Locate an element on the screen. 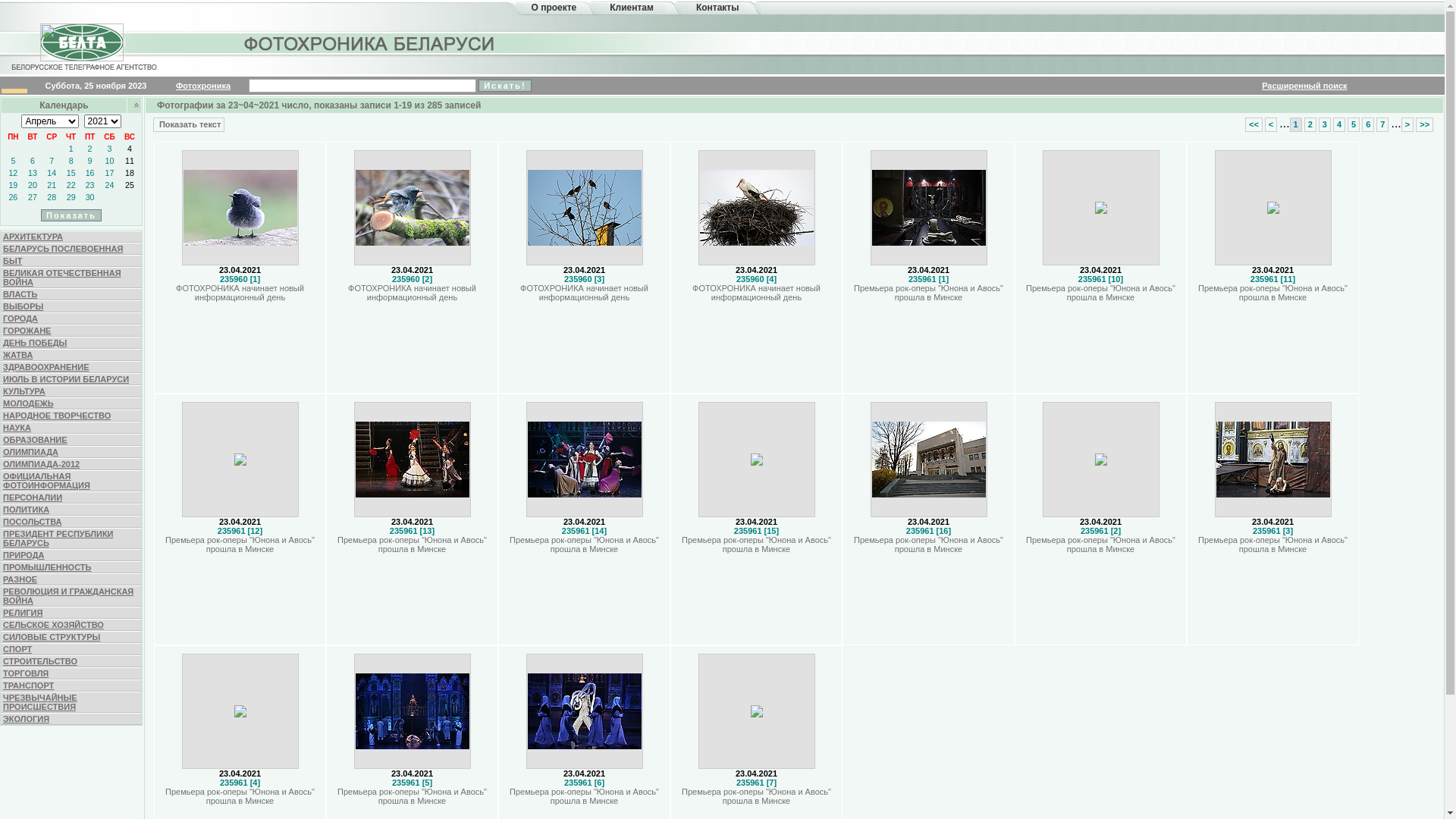 Image resolution: width=1456 pixels, height=819 pixels. '6' is located at coordinates (33, 161).